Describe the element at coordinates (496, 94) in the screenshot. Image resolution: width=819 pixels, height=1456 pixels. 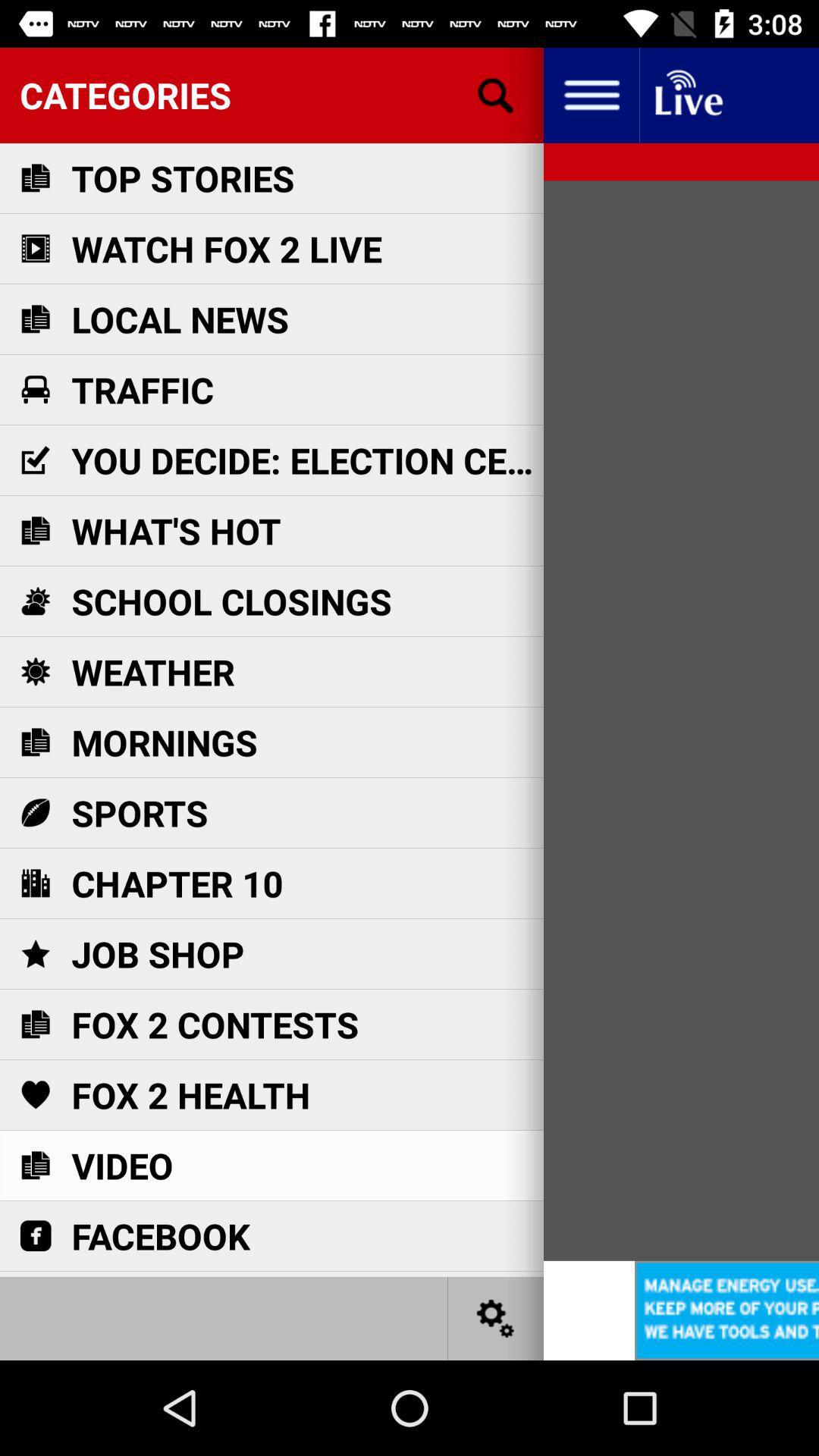
I see `search option` at that location.